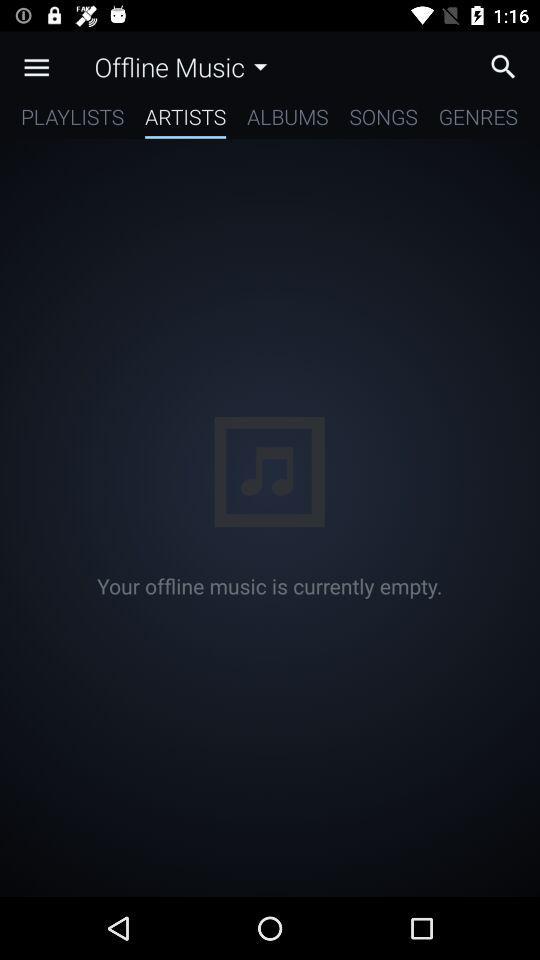  I want to click on tap on the tab named as songs, so click(383, 120).